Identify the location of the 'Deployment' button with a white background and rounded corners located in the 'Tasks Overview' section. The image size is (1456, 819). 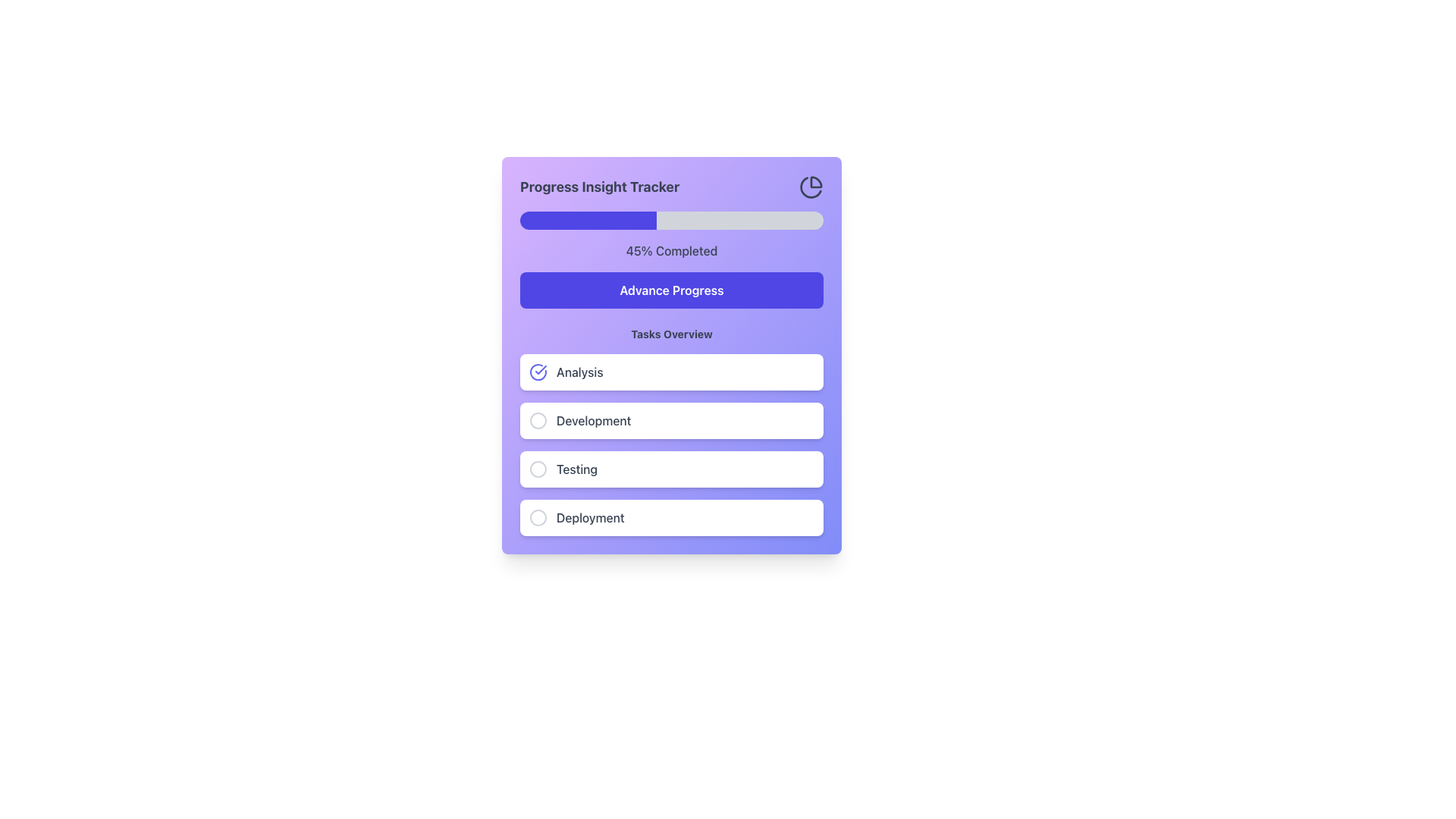
(671, 516).